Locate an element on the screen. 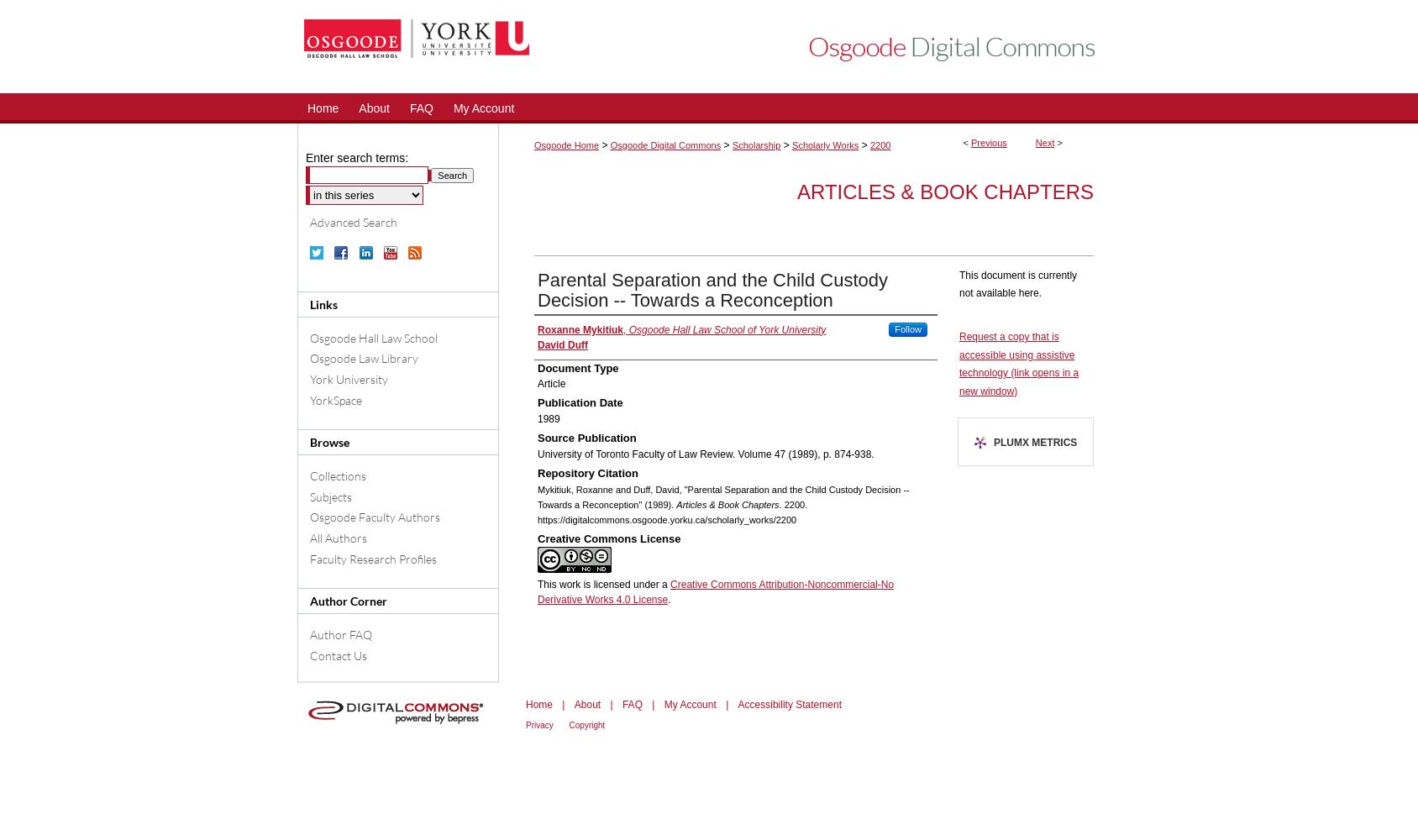  'Scholarship' is located at coordinates (731, 145).